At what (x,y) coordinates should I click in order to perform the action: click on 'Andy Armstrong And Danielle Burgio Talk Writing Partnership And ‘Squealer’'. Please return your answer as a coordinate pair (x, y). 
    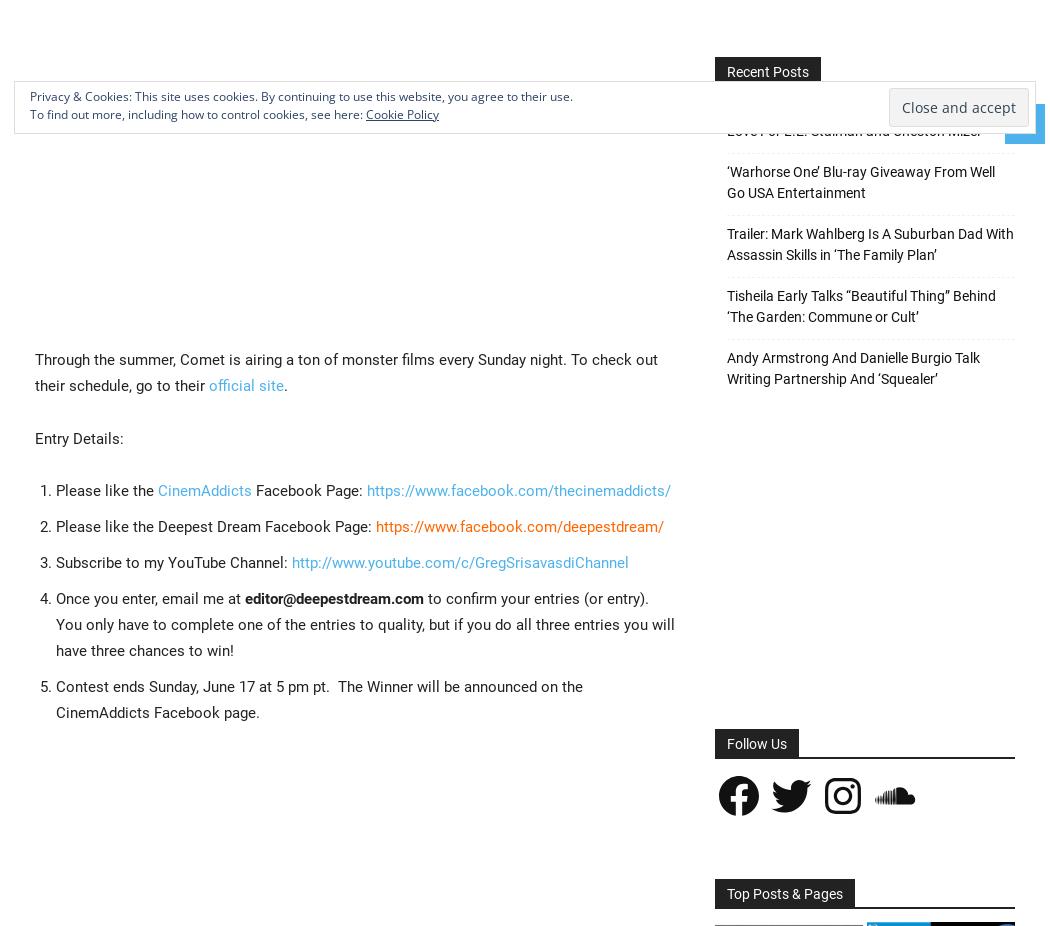
    Looking at the image, I should click on (853, 368).